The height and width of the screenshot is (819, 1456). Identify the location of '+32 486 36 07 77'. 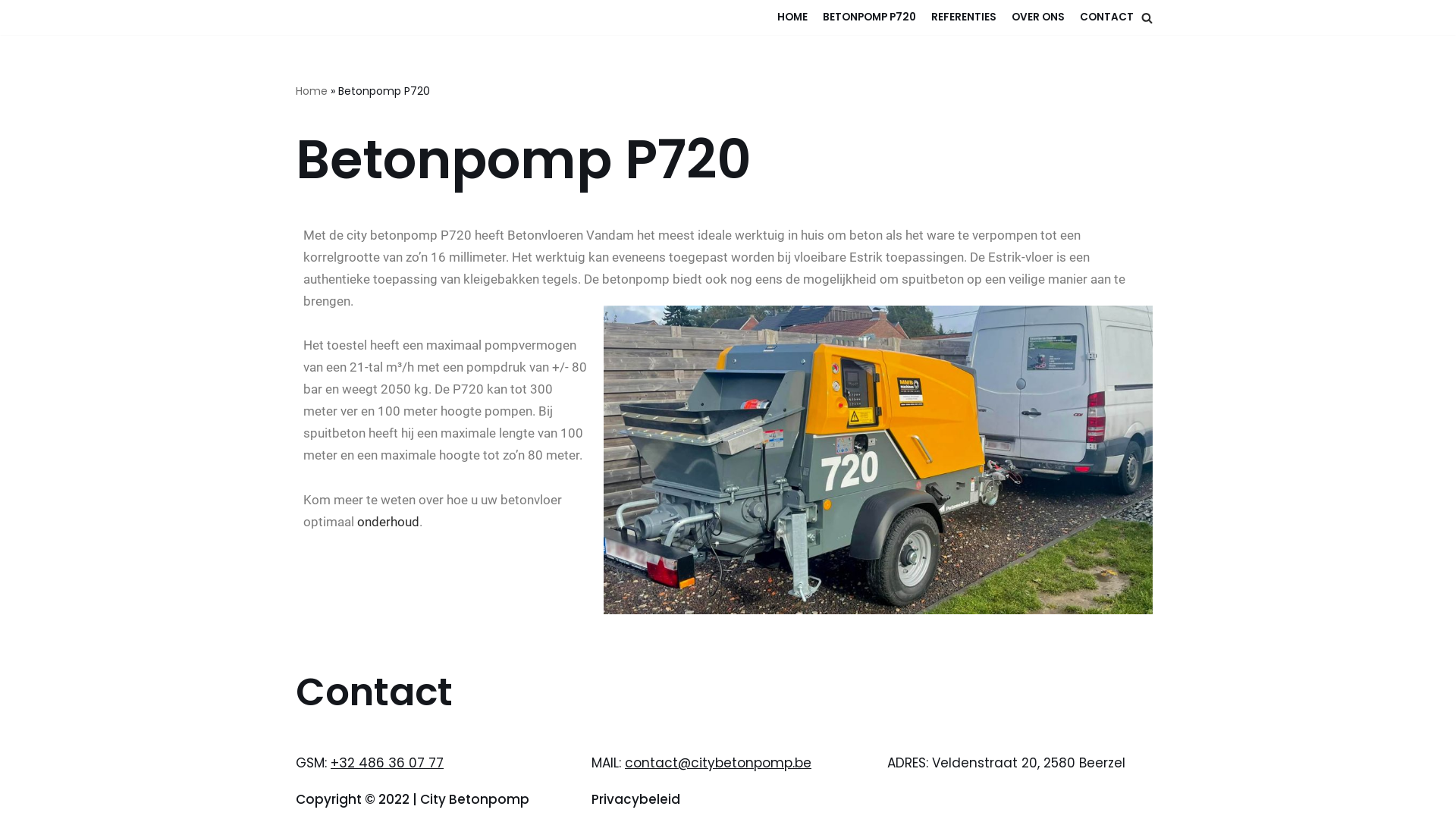
(330, 763).